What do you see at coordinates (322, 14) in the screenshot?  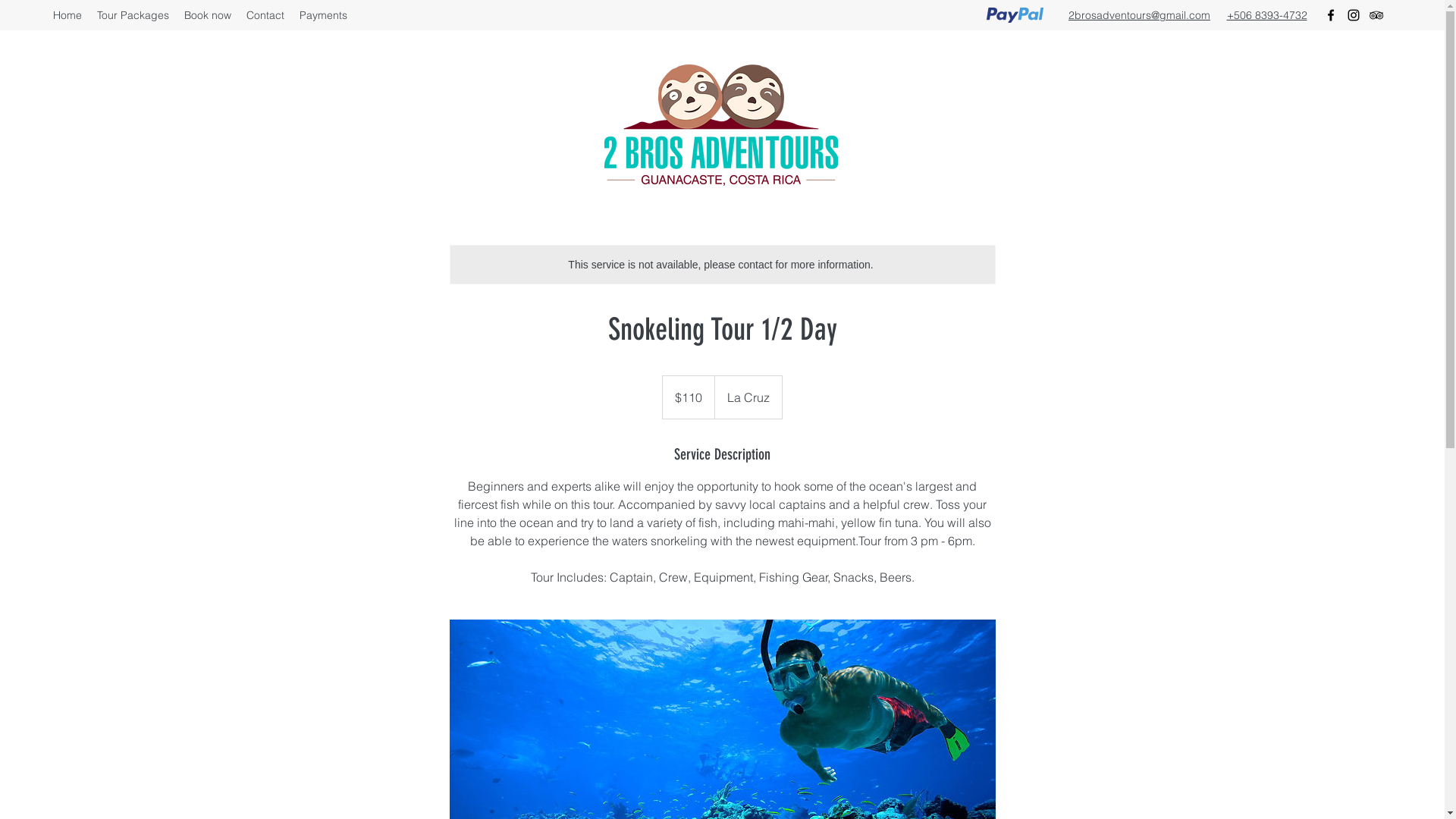 I see `'Payments'` at bounding box center [322, 14].